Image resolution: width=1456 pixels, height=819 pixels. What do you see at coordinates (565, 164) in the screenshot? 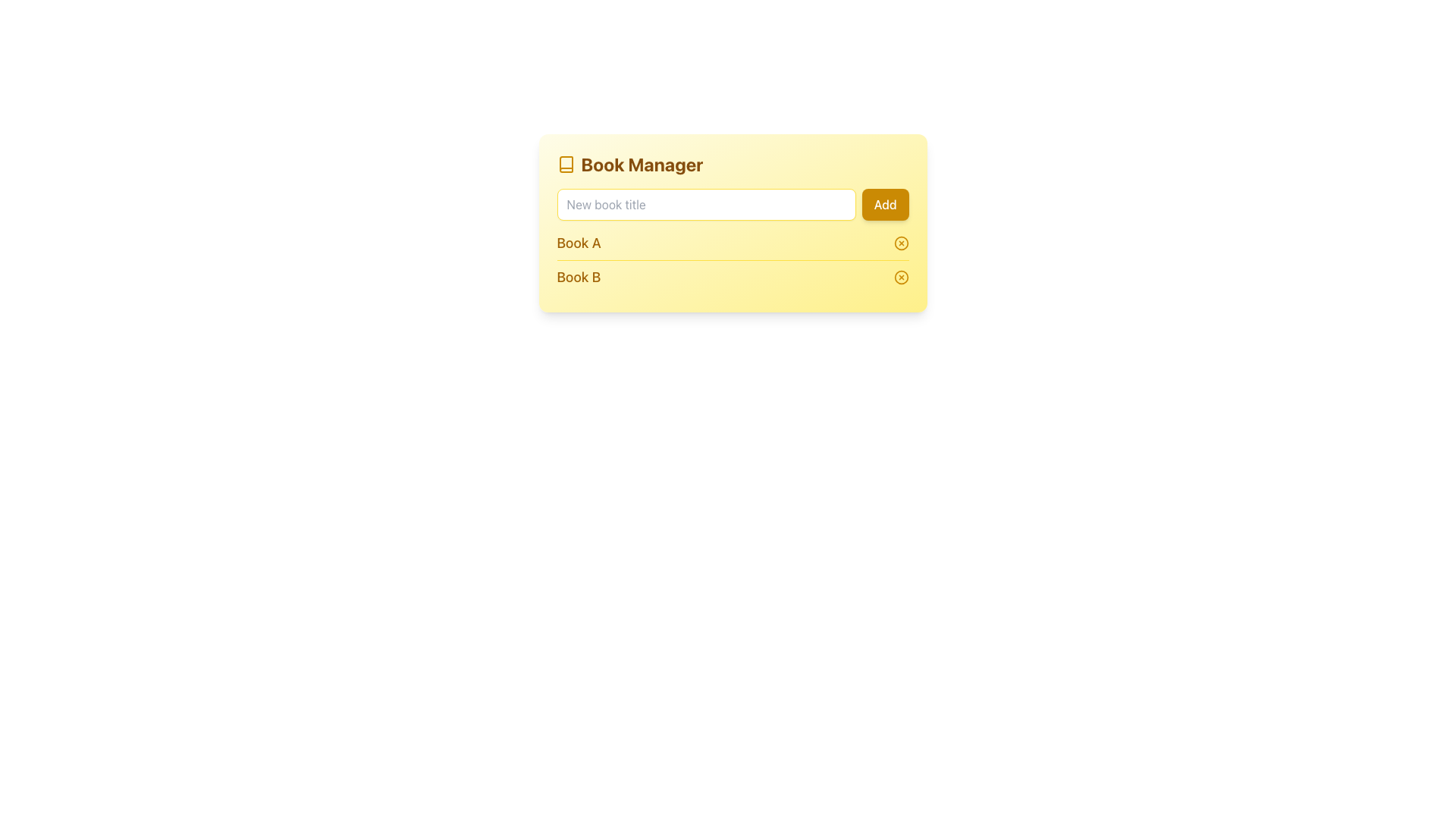
I see `the yellow book icon located on the left side of the 'Book Manager' header` at bounding box center [565, 164].